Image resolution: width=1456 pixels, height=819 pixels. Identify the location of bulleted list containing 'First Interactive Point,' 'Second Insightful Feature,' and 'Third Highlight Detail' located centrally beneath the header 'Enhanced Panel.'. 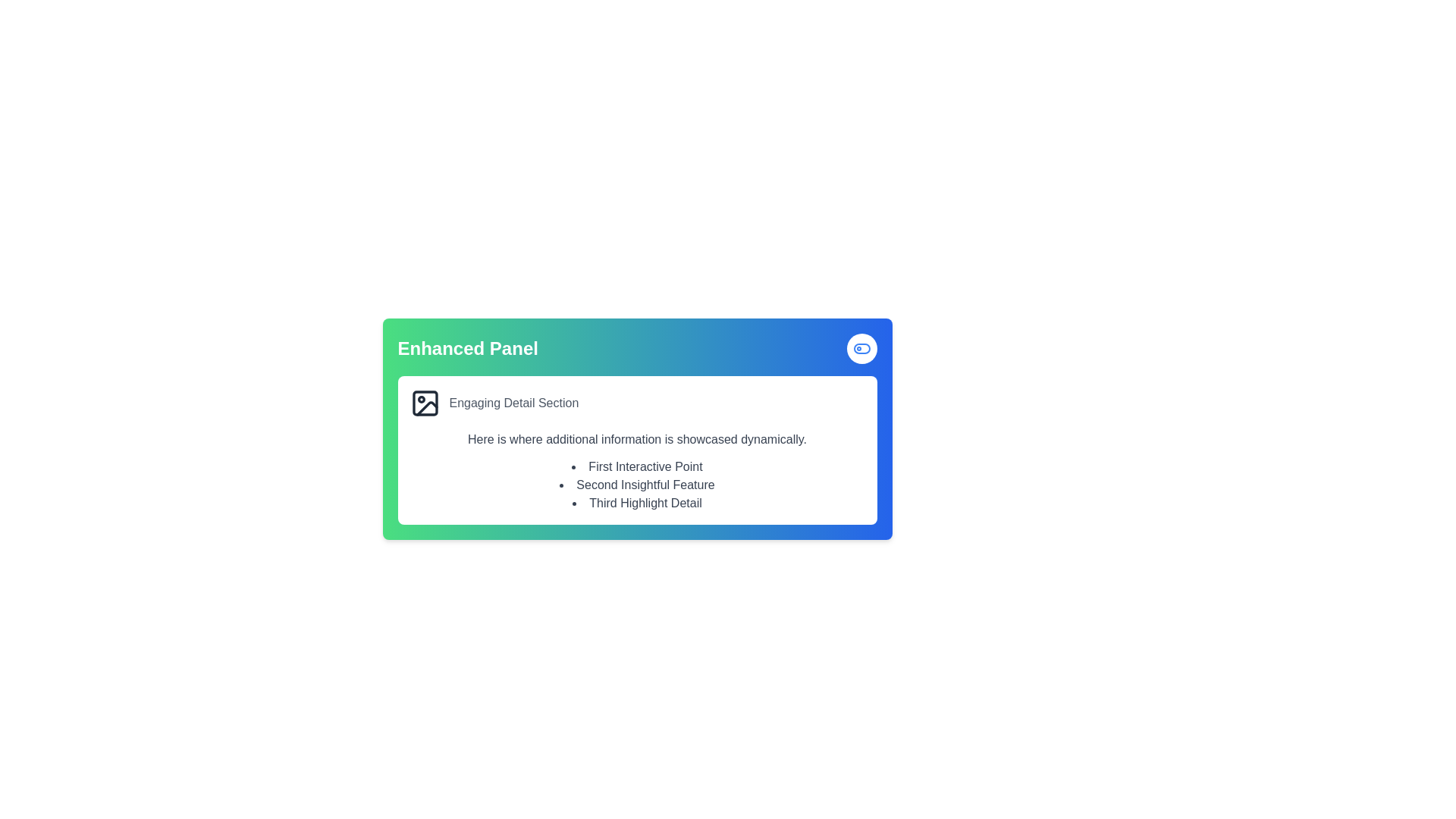
(637, 485).